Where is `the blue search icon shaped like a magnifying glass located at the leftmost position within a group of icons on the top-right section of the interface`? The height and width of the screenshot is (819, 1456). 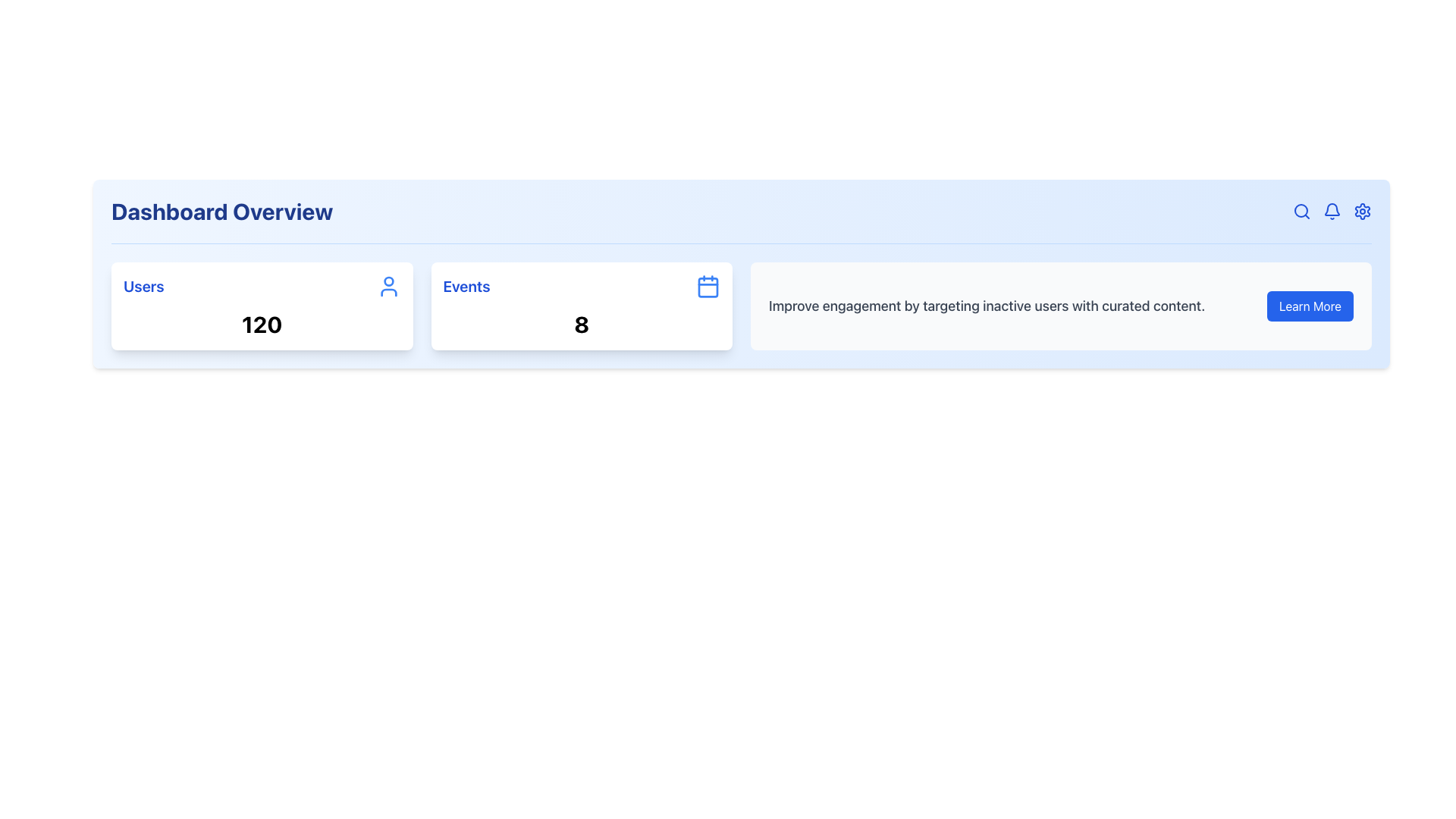 the blue search icon shaped like a magnifying glass located at the leftmost position within a group of icons on the top-right section of the interface is located at coordinates (1301, 211).